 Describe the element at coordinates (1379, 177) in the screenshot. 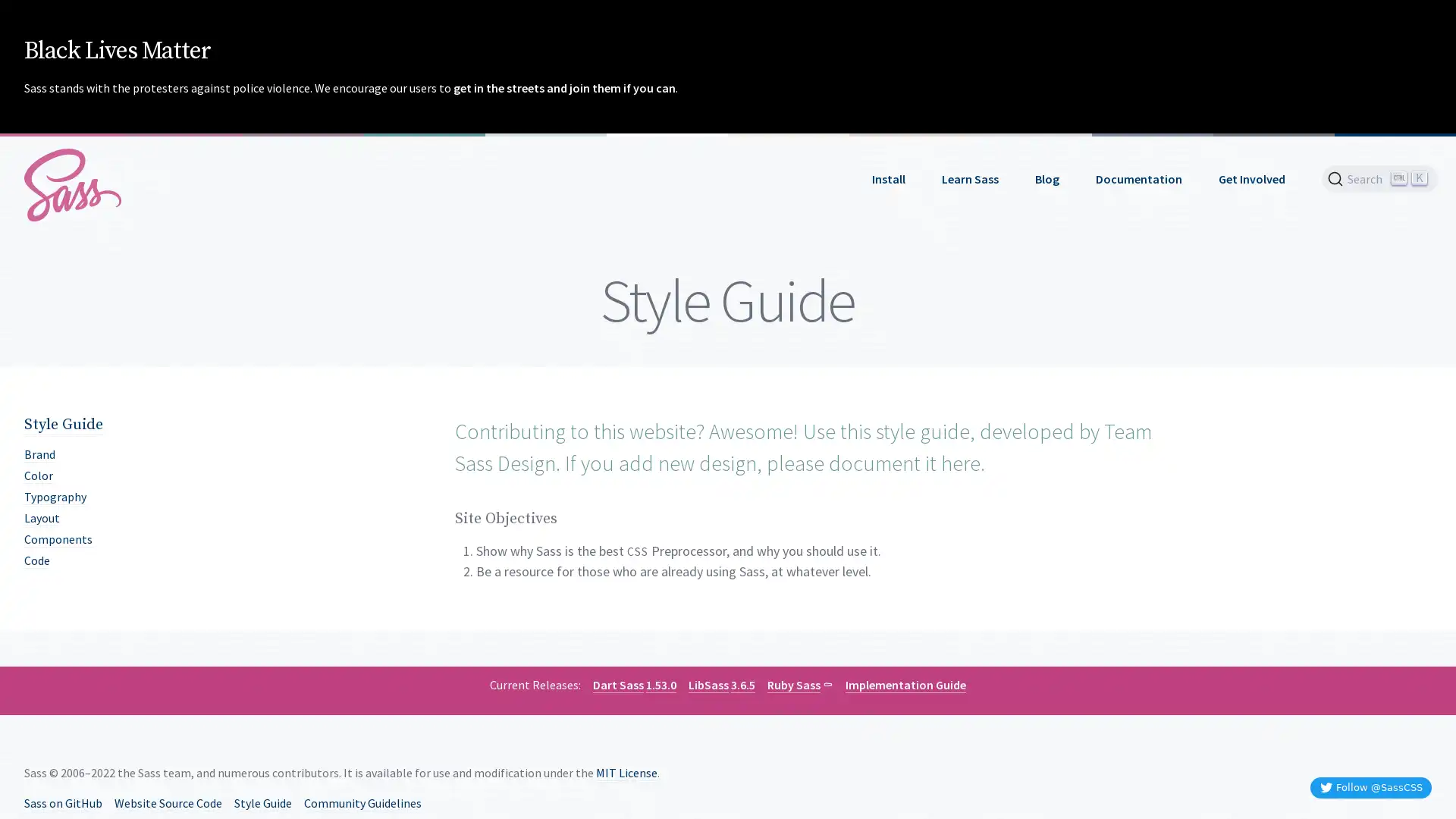

I see `Search` at that location.